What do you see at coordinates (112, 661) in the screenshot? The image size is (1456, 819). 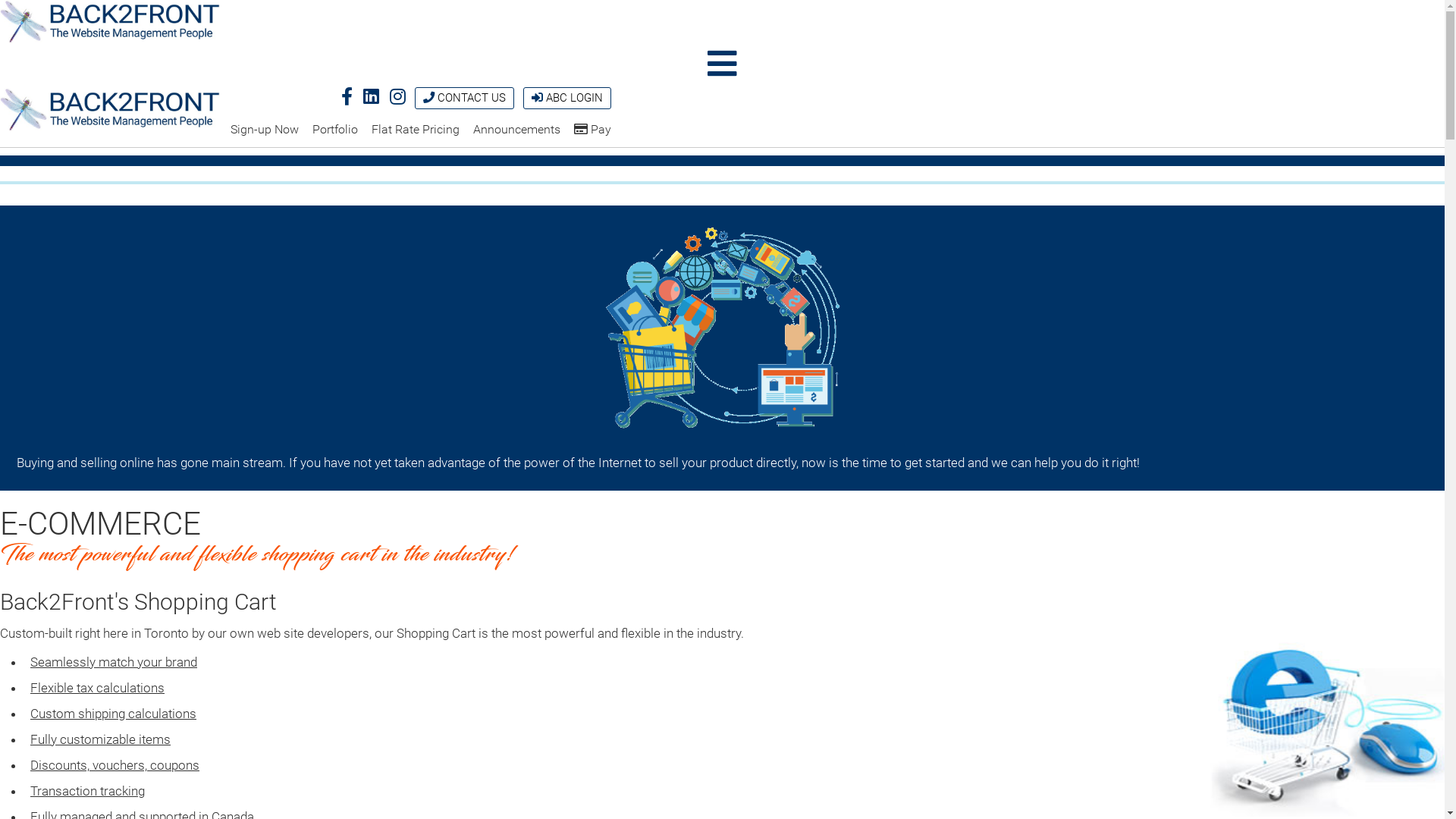 I see `'Seamlessly match your brand'` at bounding box center [112, 661].